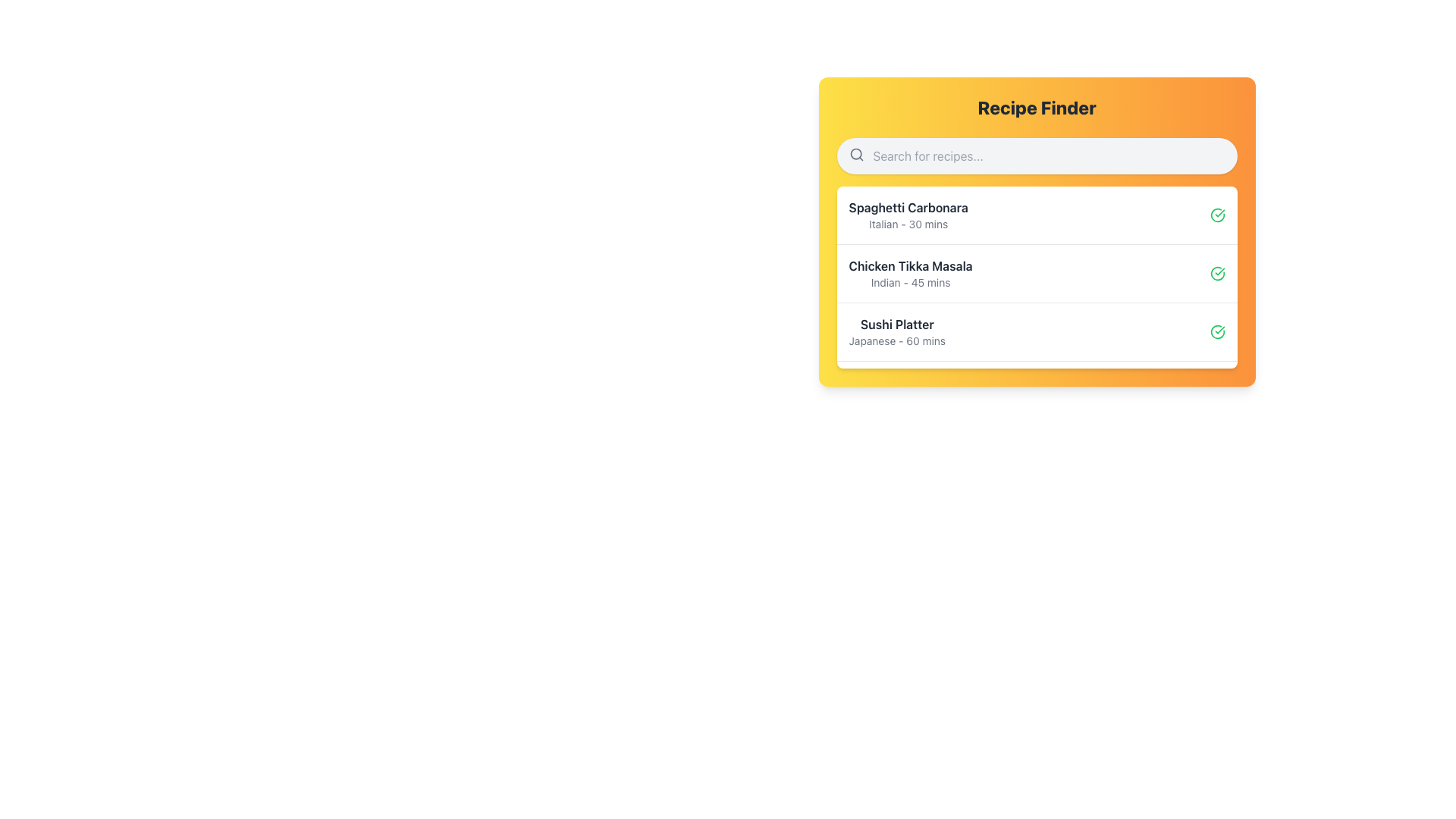 This screenshot has width=1456, height=819. I want to click on to select or view more details about the topmost recipe entry in the vertical list, located just below the search bar, so click(908, 215).